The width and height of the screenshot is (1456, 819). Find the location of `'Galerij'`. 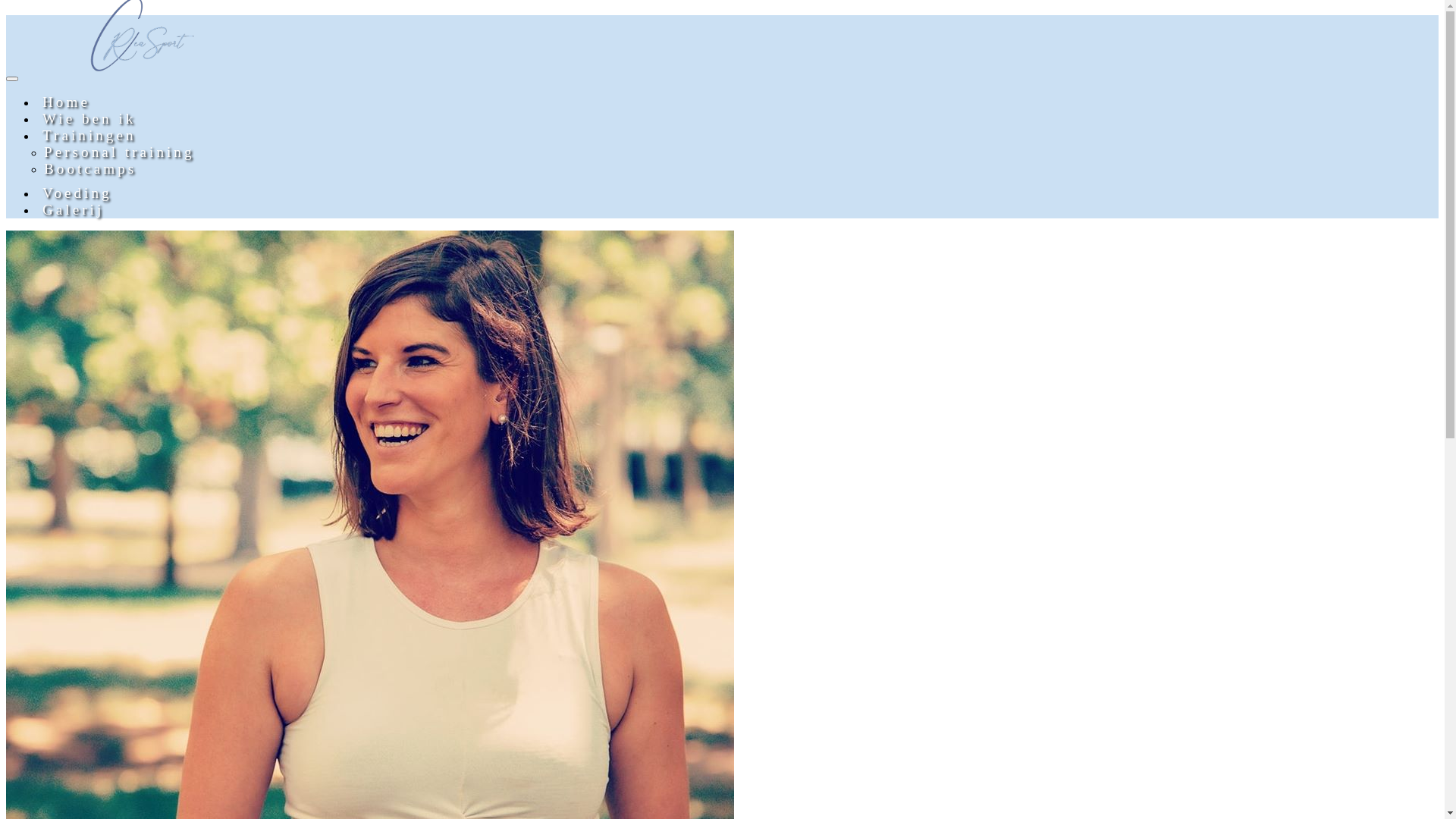

'Galerij' is located at coordinates (72, 209).